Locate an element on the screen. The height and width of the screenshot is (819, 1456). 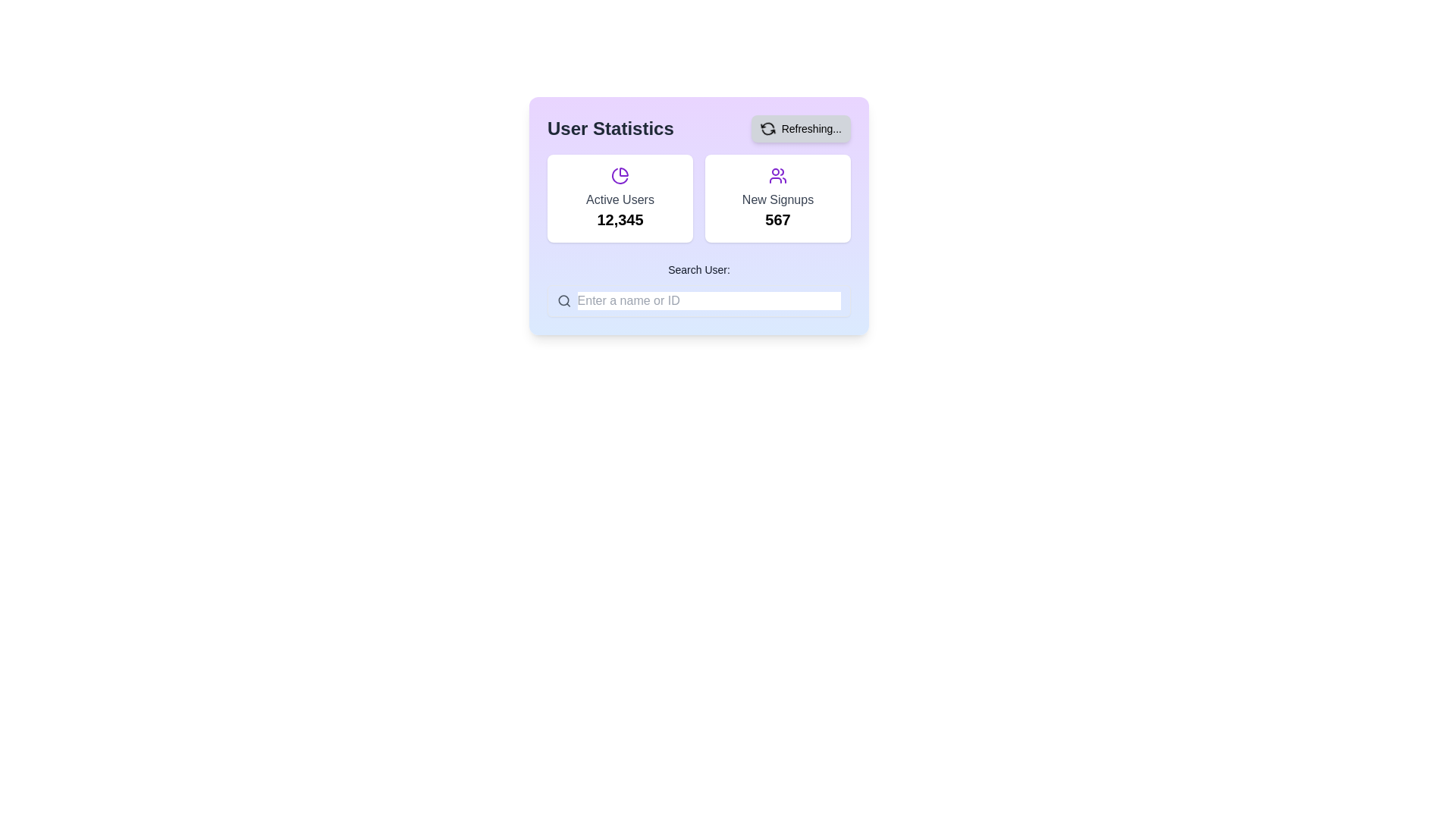
the 'Search User:' input field to focus on it, which is located at the bottom of the user statistics card and features a magnifying glass icon on the left is located at coordinates (698, 289).